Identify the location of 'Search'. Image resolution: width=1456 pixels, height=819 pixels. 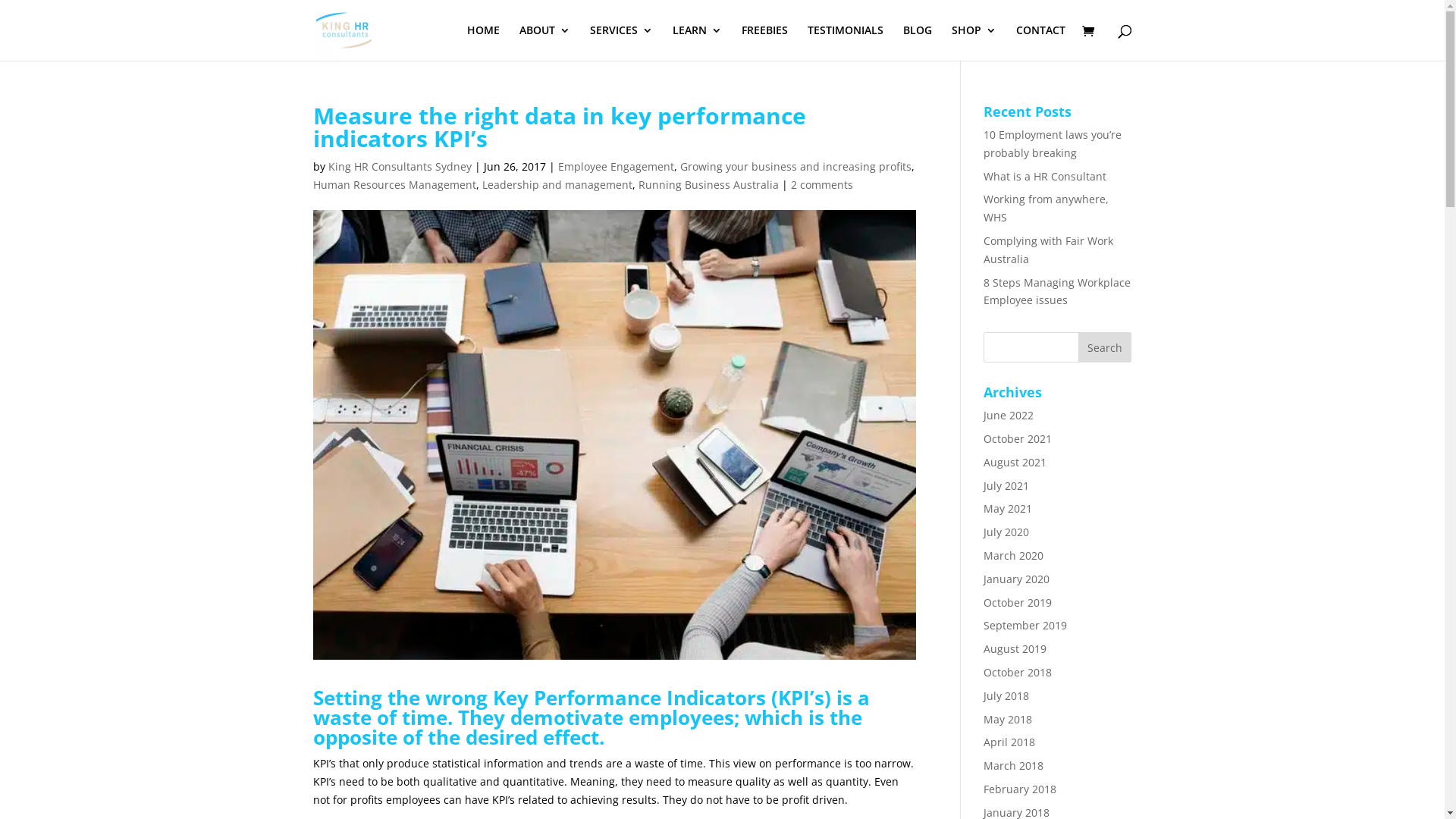
(1077, 347).